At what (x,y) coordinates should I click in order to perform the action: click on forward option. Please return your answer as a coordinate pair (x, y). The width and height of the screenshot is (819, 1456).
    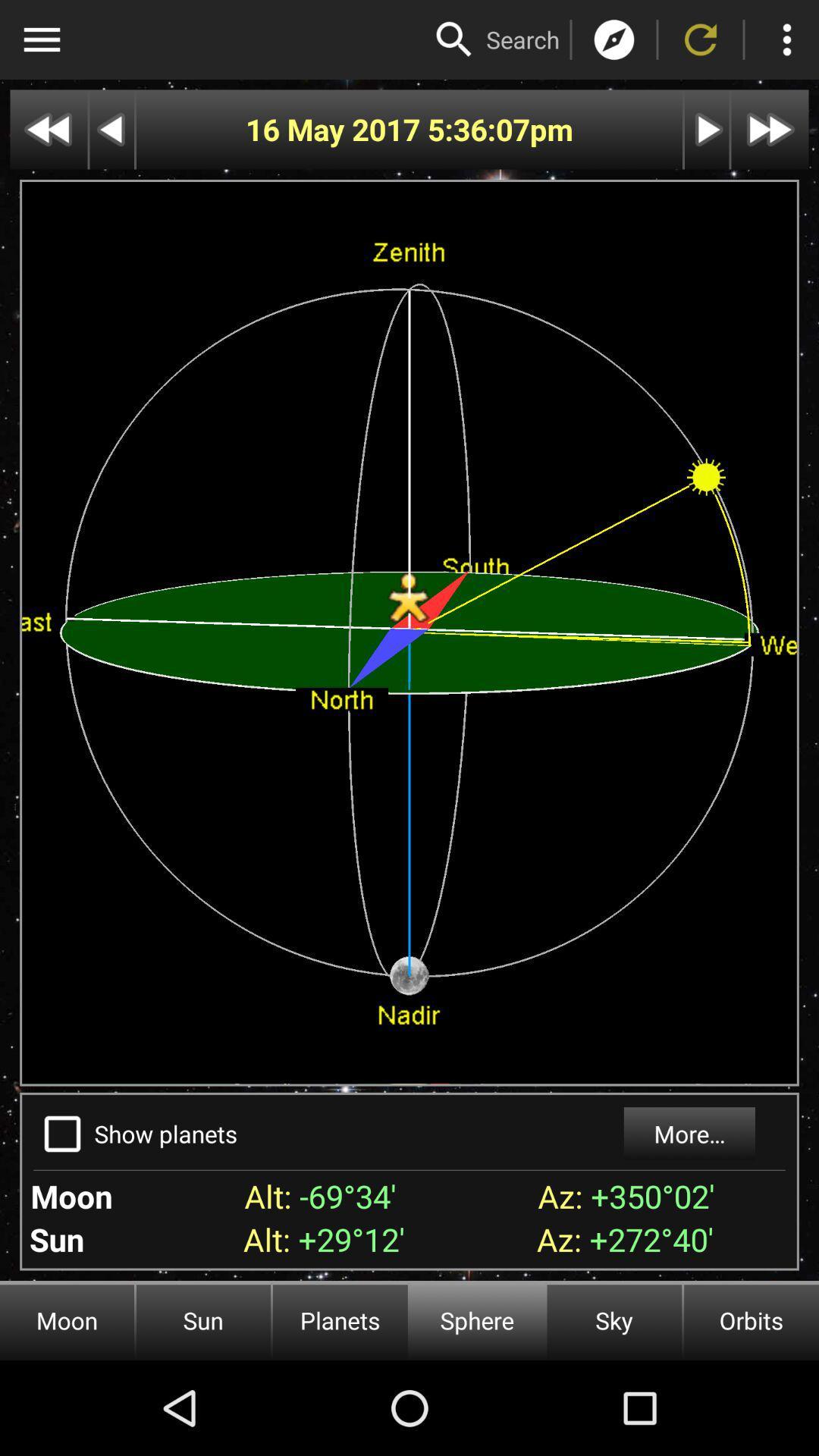
    Looking at the image, I should click on (770, 130).